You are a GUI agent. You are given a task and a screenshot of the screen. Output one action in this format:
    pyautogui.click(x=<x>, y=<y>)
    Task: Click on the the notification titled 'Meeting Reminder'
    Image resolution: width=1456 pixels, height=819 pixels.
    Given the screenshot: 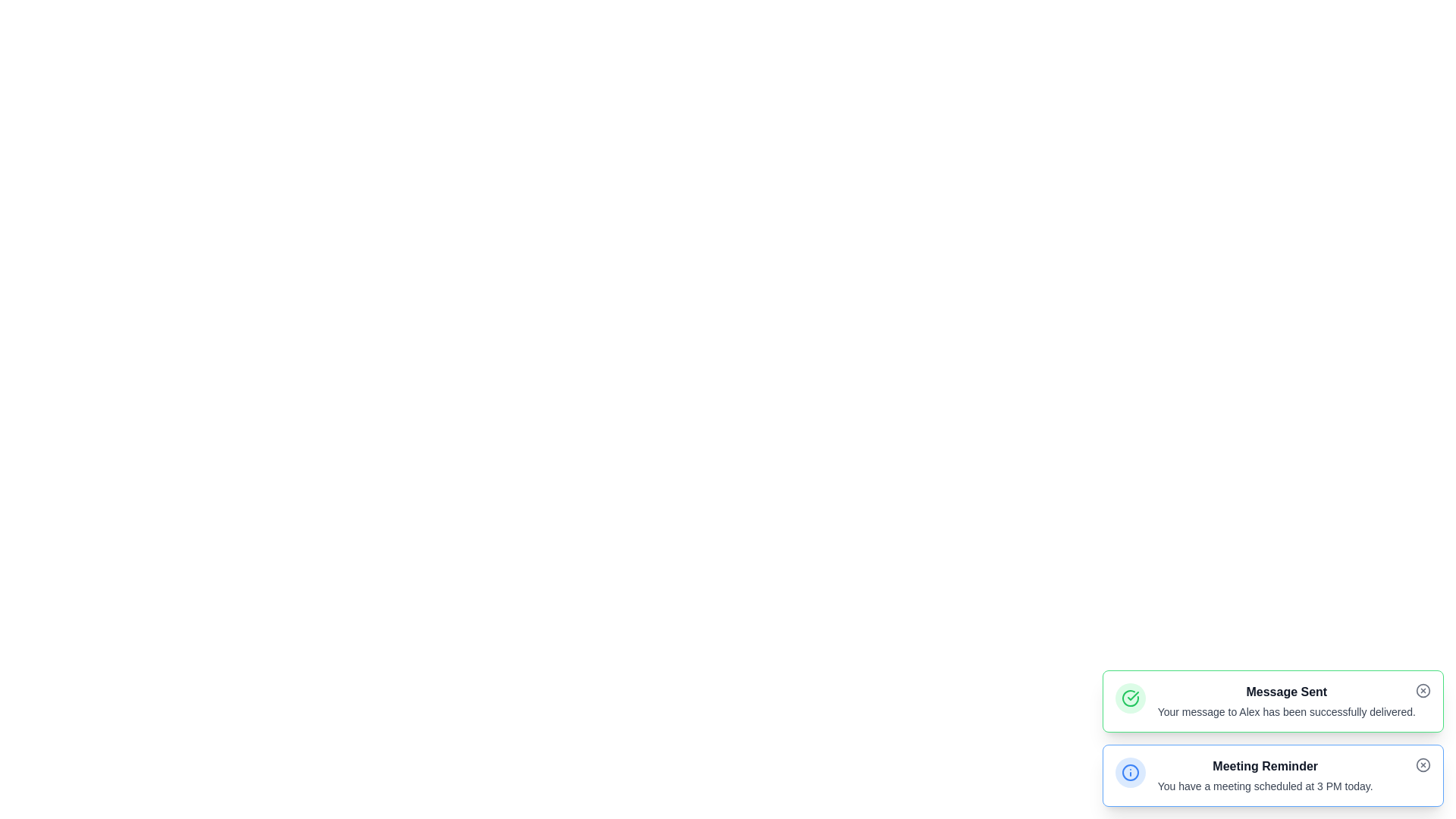 What is the action you would take?
    pyautogui.click(x=1265, y=766)
    